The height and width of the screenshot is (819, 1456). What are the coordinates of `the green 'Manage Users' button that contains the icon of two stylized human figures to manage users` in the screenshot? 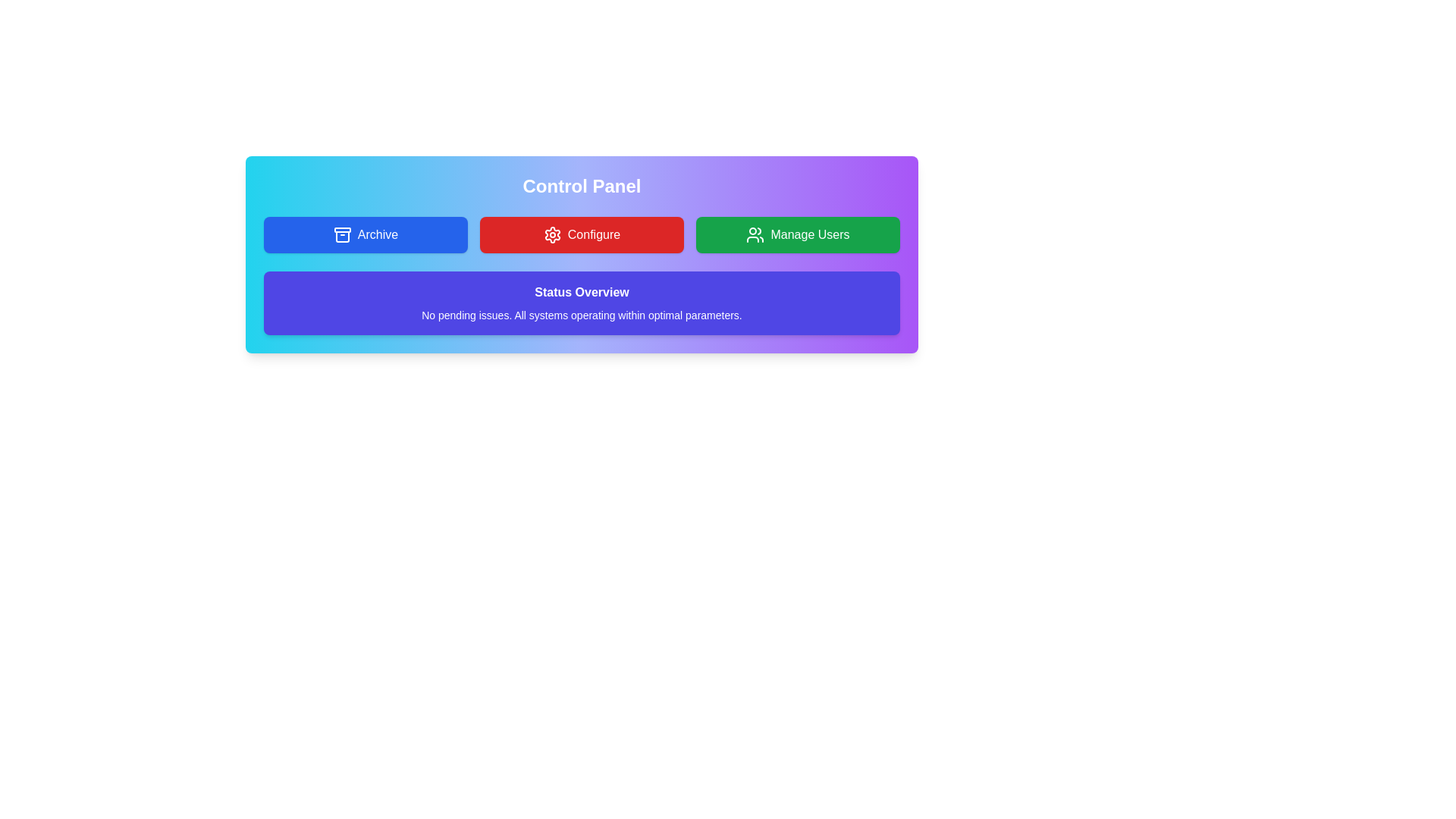 It's located at (755, 234).